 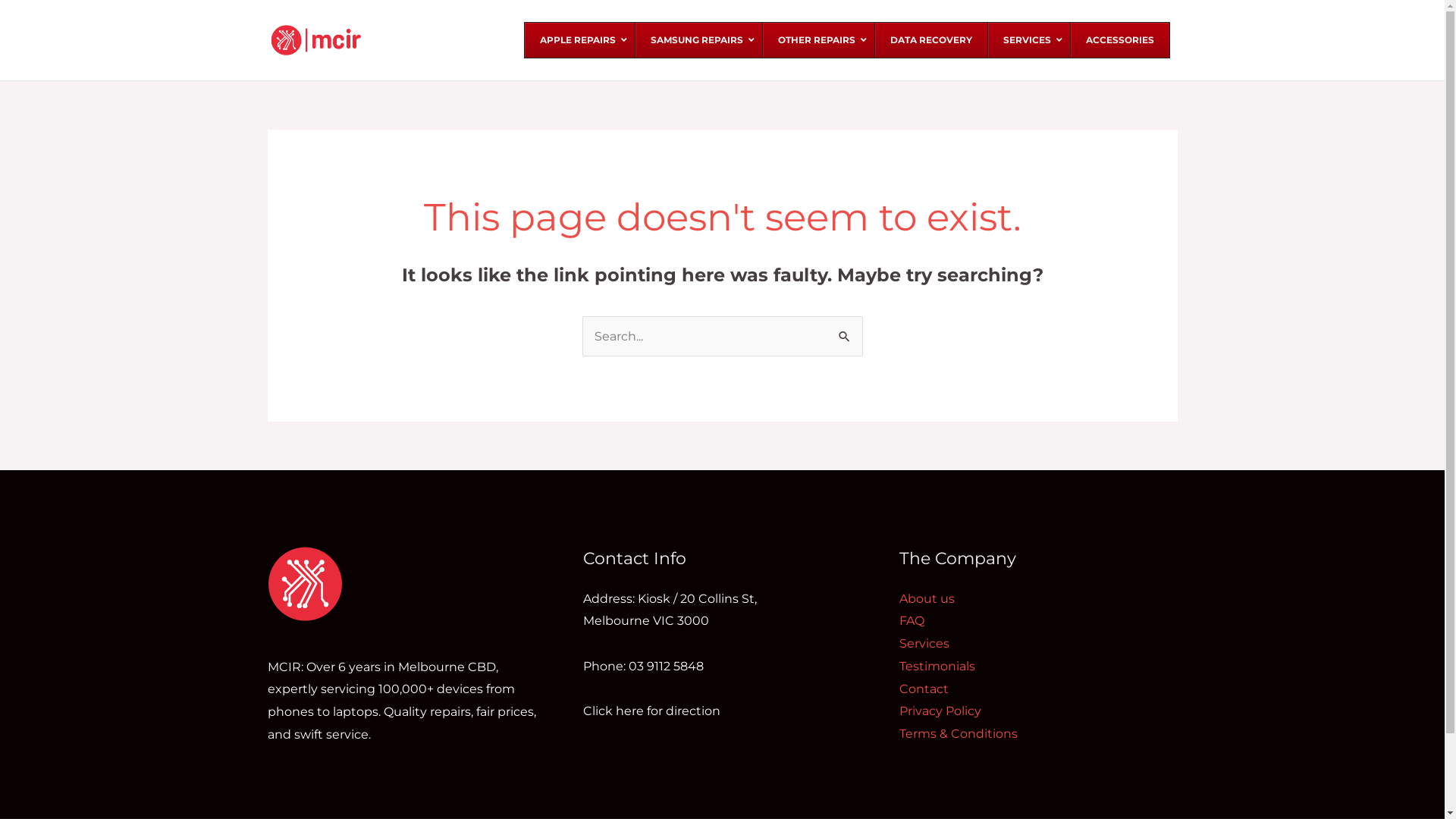 What do you see at coordinates (844, 330) in the screenshot?
I see `'Search'` at bounding box center [844, 330].